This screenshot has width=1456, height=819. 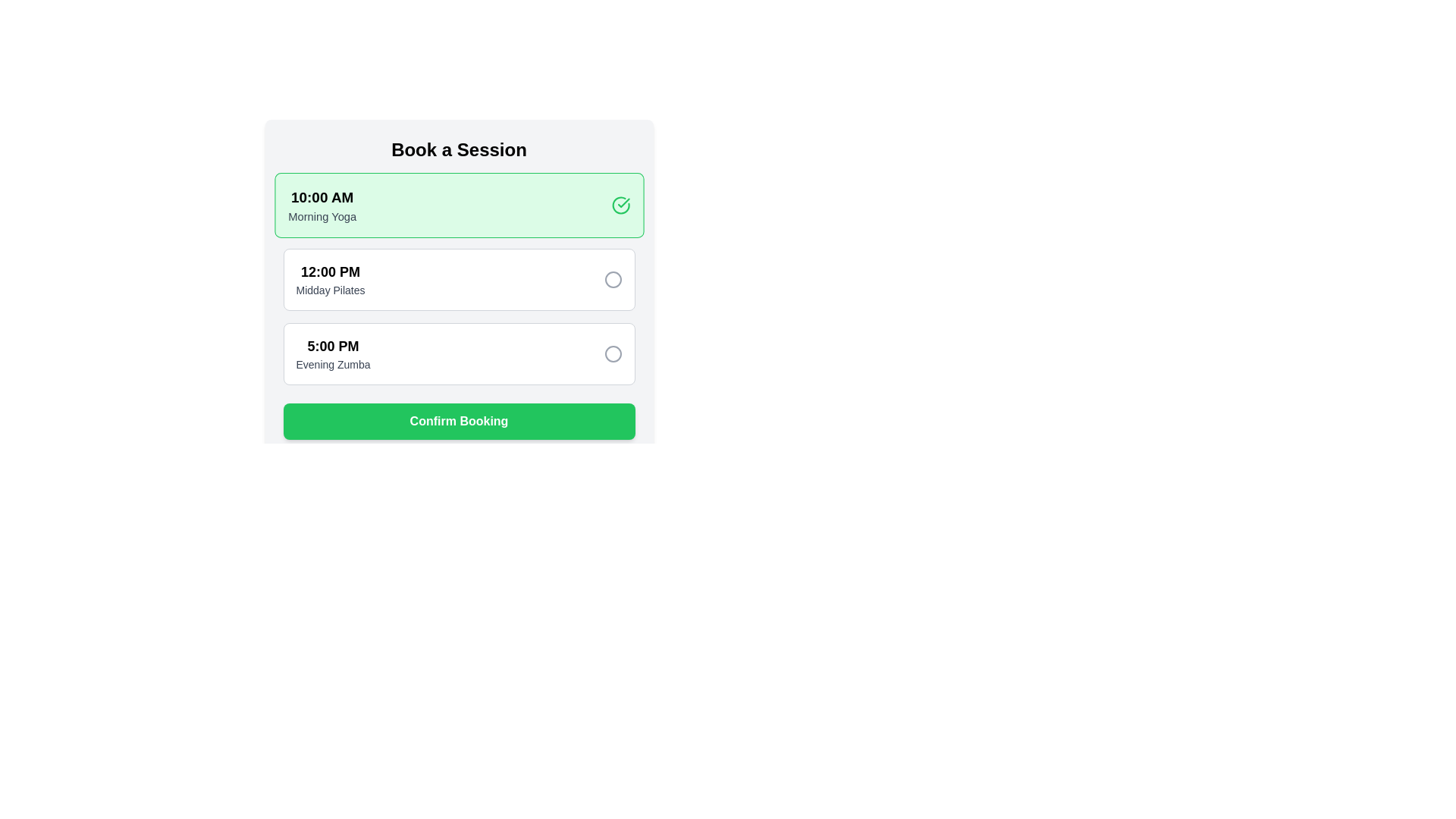 What do you see at coordinates (332, 365) in the screenshot?
I see `the 'Evening Zumba' label, which is styled in gray and located beneath the '5:00 PM' time label in the session list` at bounding box center [332, 365].